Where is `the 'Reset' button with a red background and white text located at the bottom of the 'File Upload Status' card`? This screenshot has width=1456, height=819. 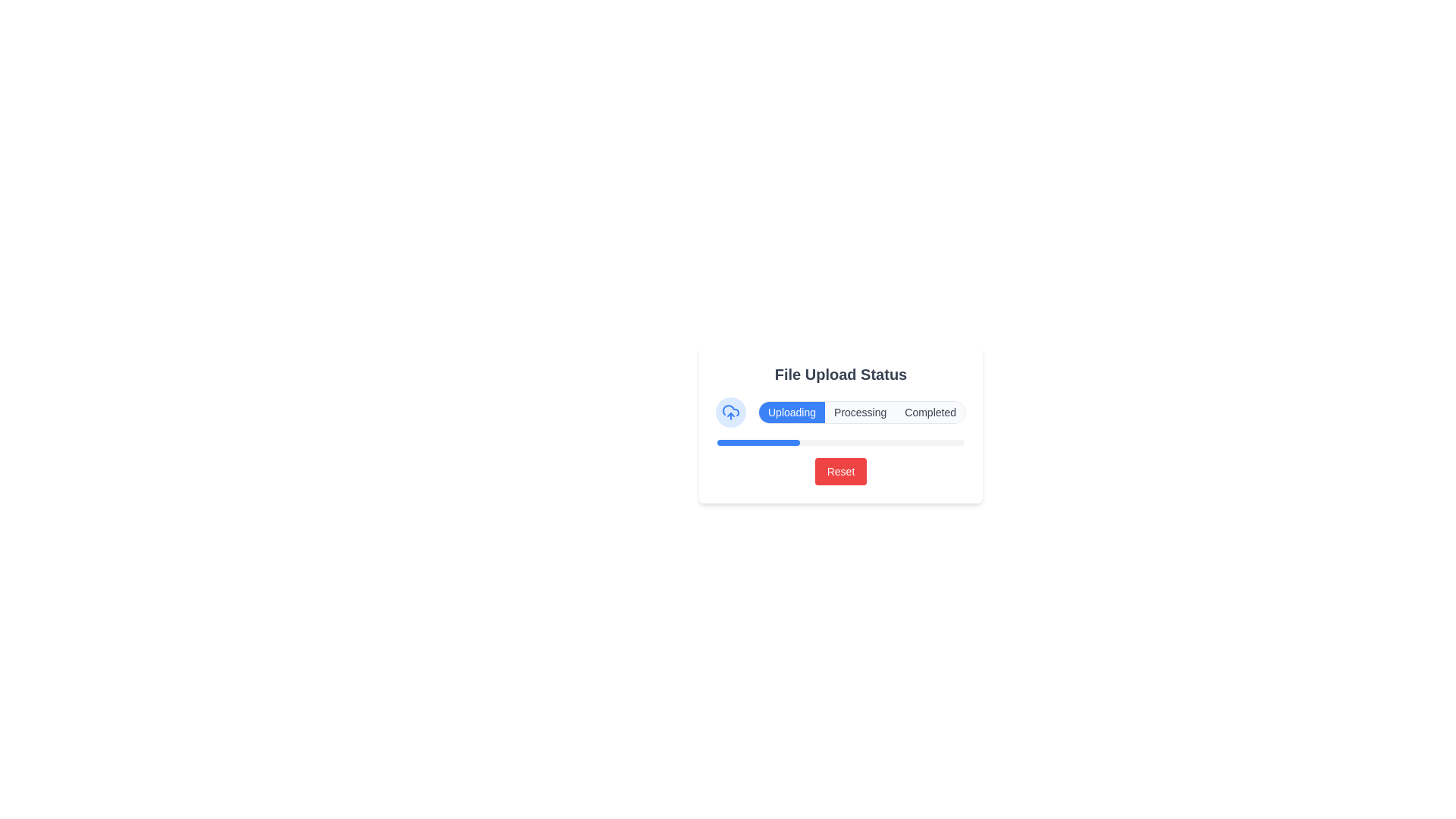 the 'Reset' button with a red background and white text located at the bottom of the 'File Upload Status' card is located at coordinates (839, 470).